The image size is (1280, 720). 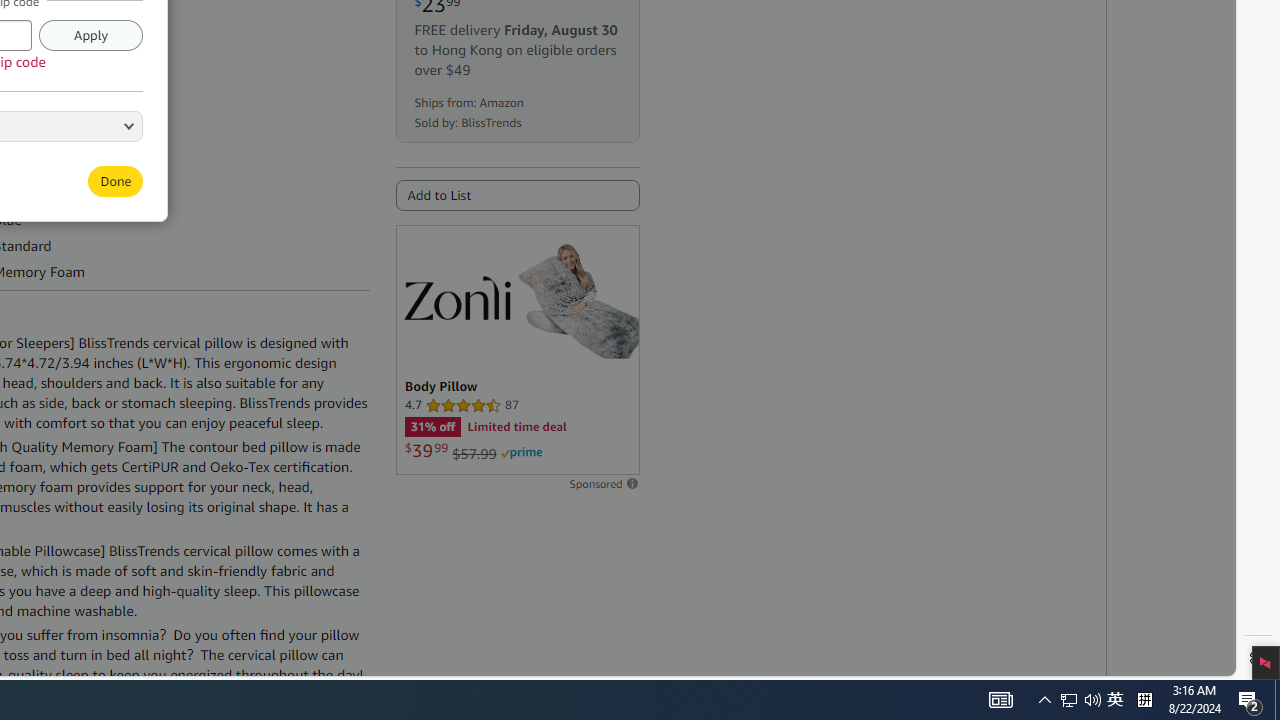 What do you see at coordinates (51, 124) in the screenshot?
I see `'King'` at bounding box center [51, 124].